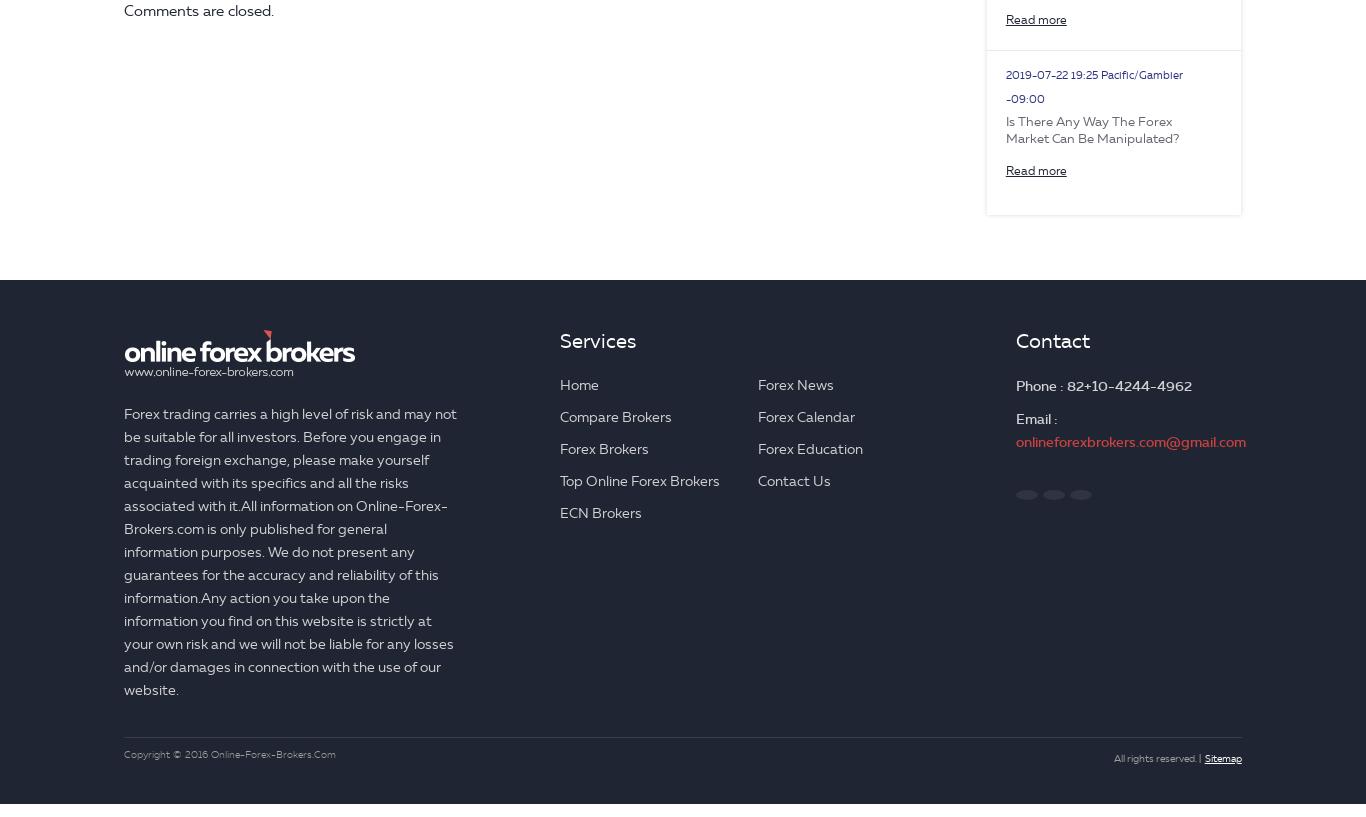 The image size is (1366, 817). I want to click on 'Comments are closed.', so click(198, 10).